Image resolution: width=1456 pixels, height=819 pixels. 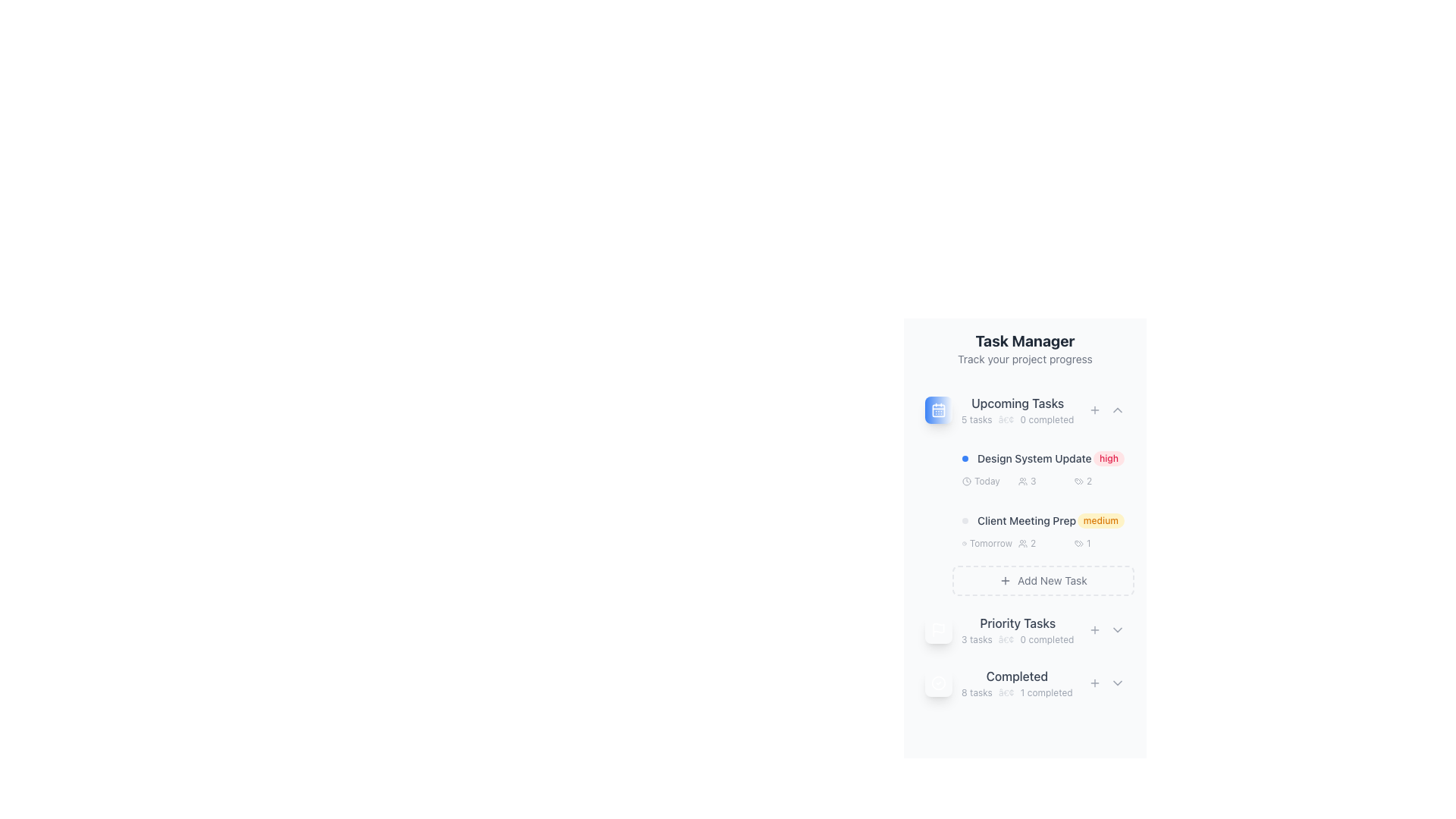 I want to click on displayed information in the Information summary section located under the 'Design System Update' entry in the 'Upcoming Tasks' section of the Task Manager interface, so click(x=1043, y=482).